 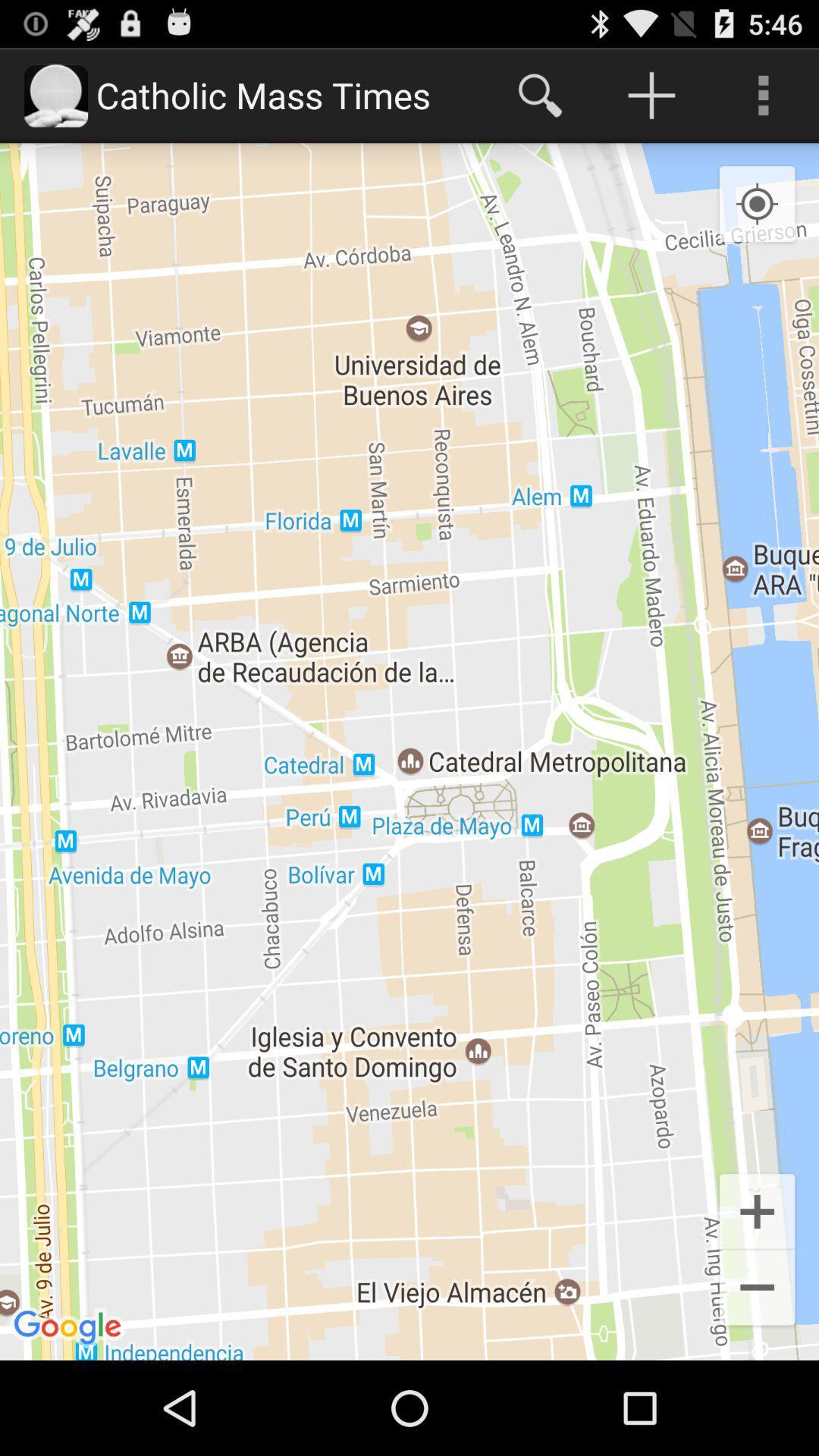 I want to click on the location_crosshair icon, so click(x=757, y=218).